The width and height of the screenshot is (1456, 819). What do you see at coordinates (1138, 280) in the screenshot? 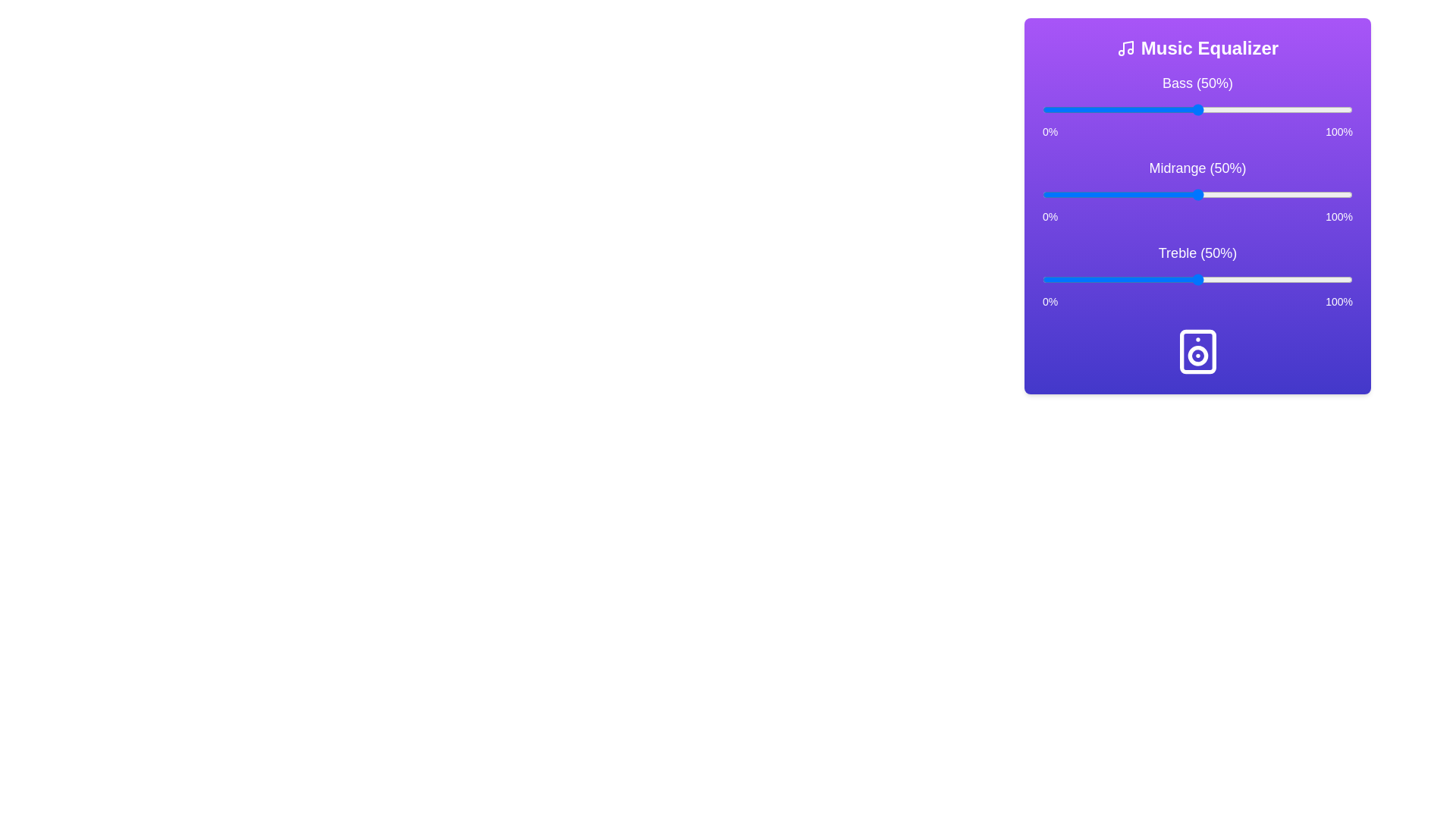
I see `the treble slider to 31%` at bounding box center [1138, 280].